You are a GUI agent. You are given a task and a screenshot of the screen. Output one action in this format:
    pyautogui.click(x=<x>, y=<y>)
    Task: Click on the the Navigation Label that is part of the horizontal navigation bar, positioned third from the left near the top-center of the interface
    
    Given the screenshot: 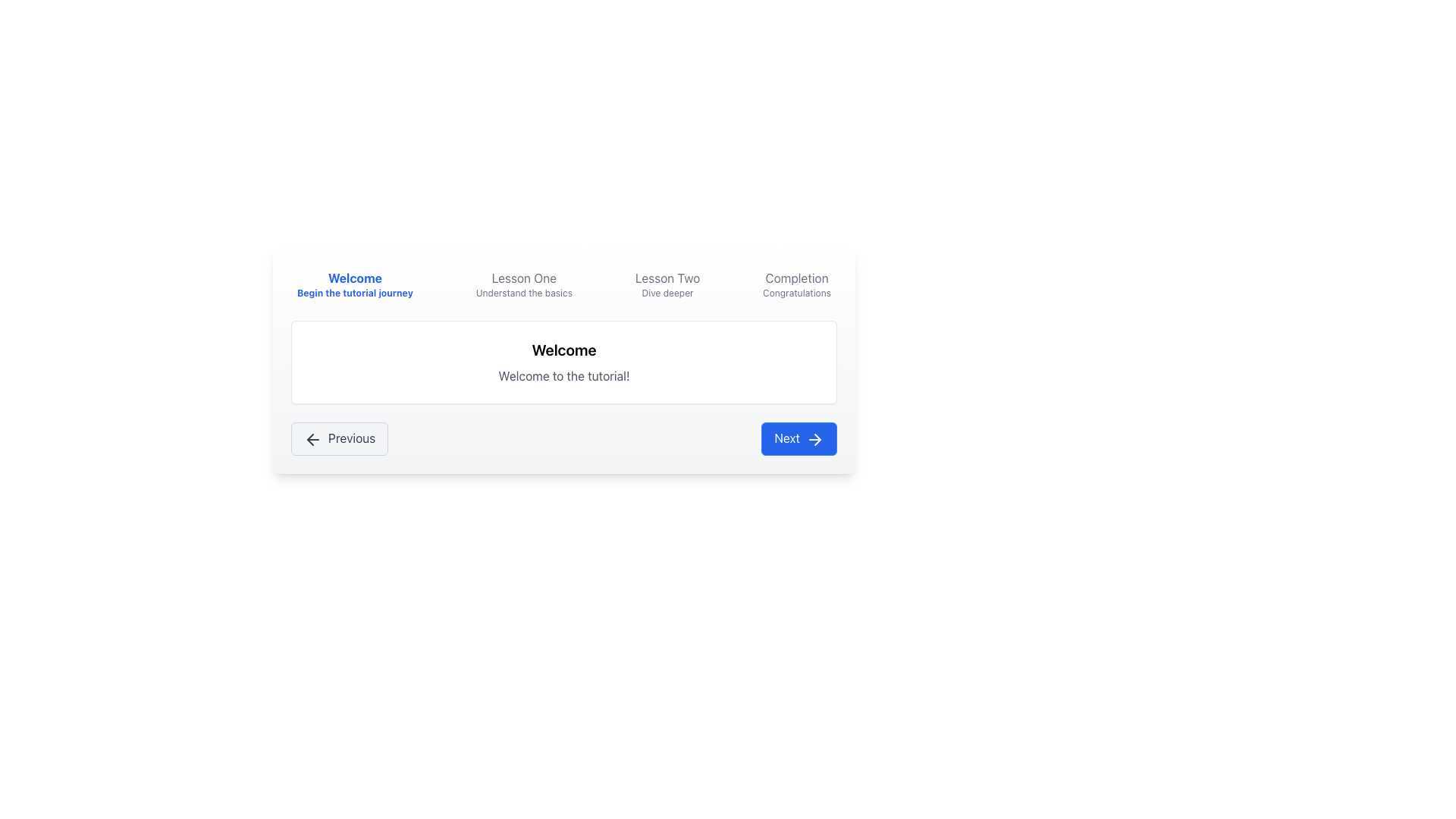 What is the action you would take?
    pyautogui.click(x=667, y=278)
    